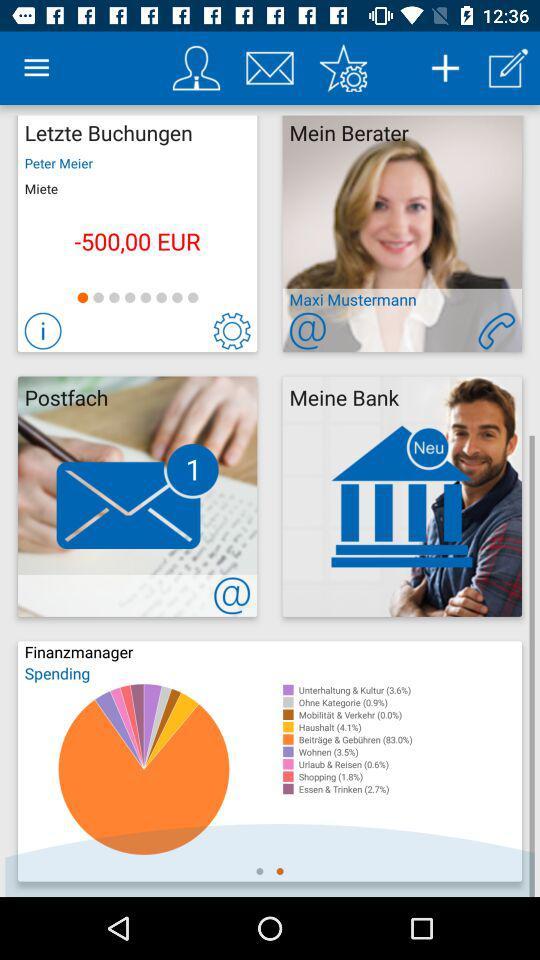 The width and height of the screenshot is (540, 960). Describe the element at coordinates (495, 331) in the screenshot. I see `contact option` at that location.